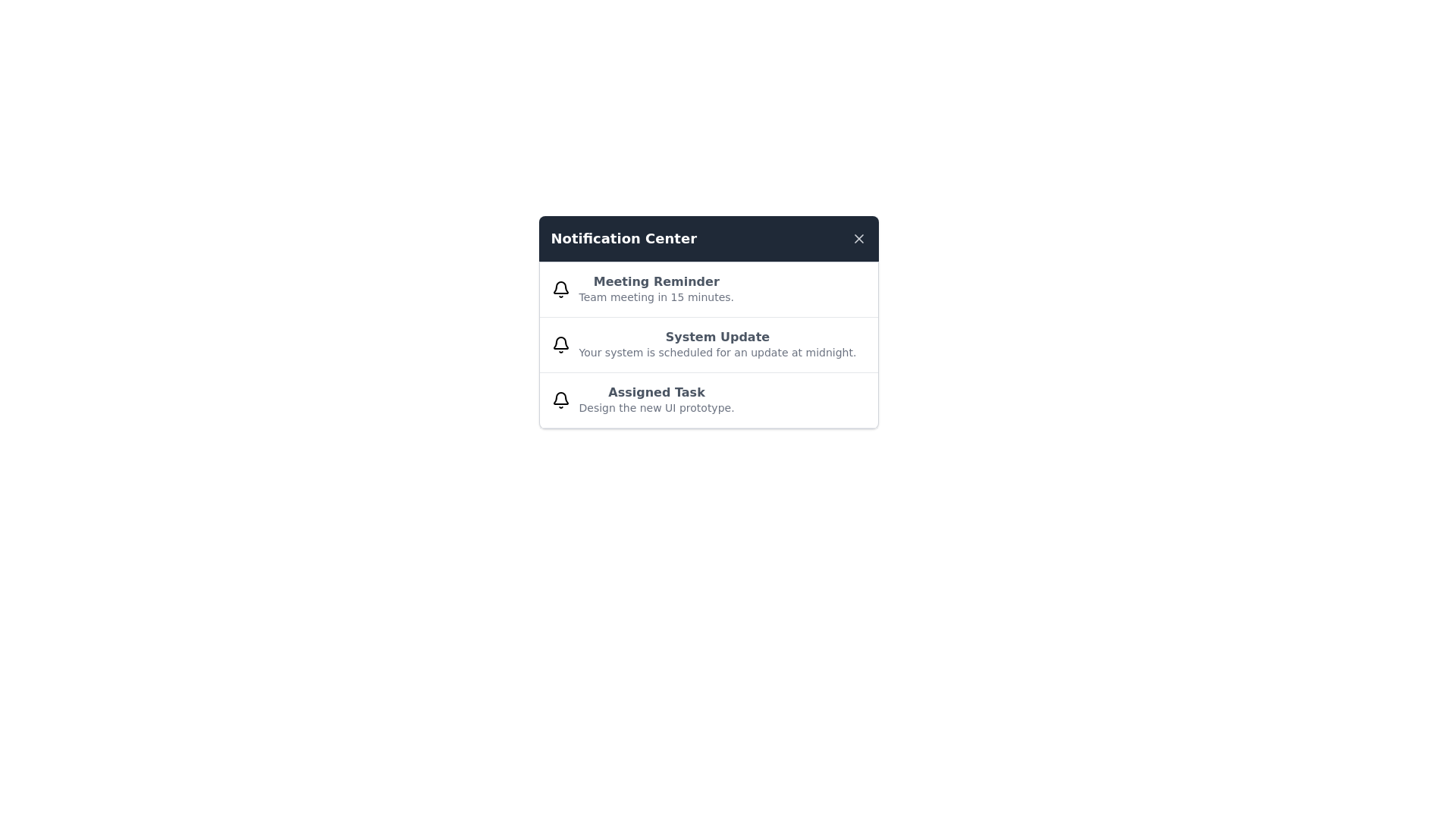 The width and height of the screenshot is (1456, 819). I want to click on text content of the 'System Update' text label, which is a bold, dark-gray label at the top of the second notification item in the notification card section, so click(717, 336).